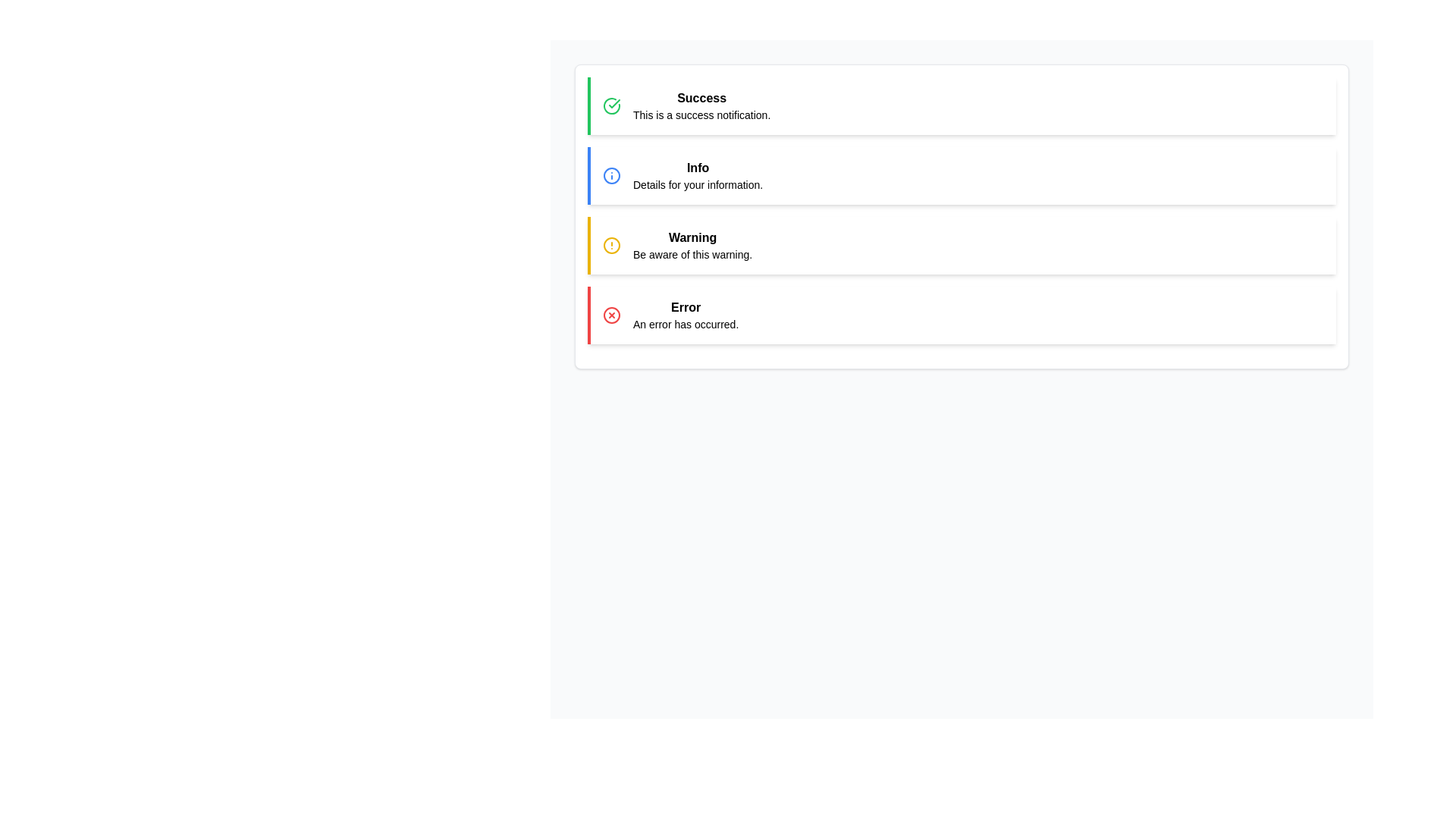 This screenshot has width=1456, height=819. What do you see at coordinates (611, 315) in the screenshot?
I see `the error icon located at the leftmost side of the 'Error' notification card, which precedes the text 'Error' and 'An error has occurred.'` at bounding box center [611, 315].